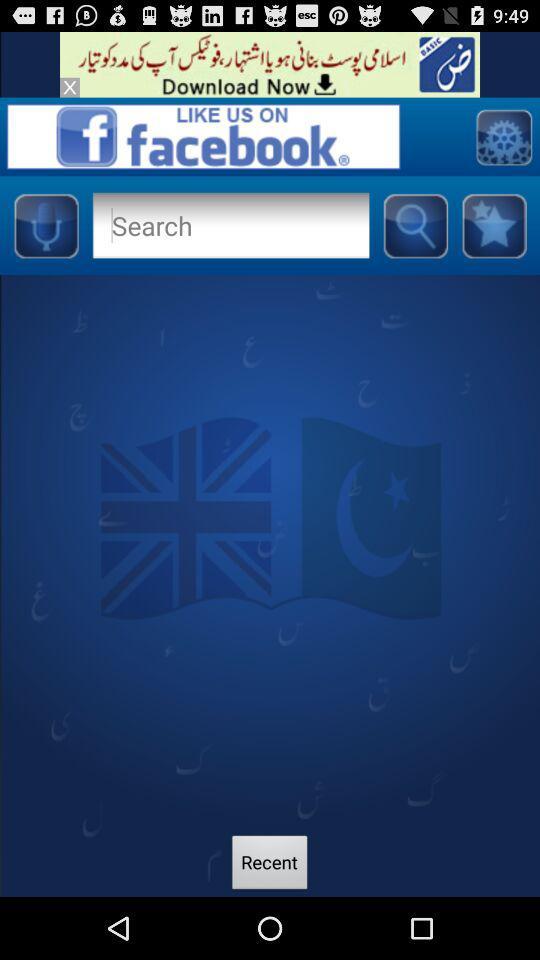 The image size is (540, 960). What do you see at coordinates (68, 87) in the screenshot?
I see `advertisement banner` at bounding box center [68, 87].